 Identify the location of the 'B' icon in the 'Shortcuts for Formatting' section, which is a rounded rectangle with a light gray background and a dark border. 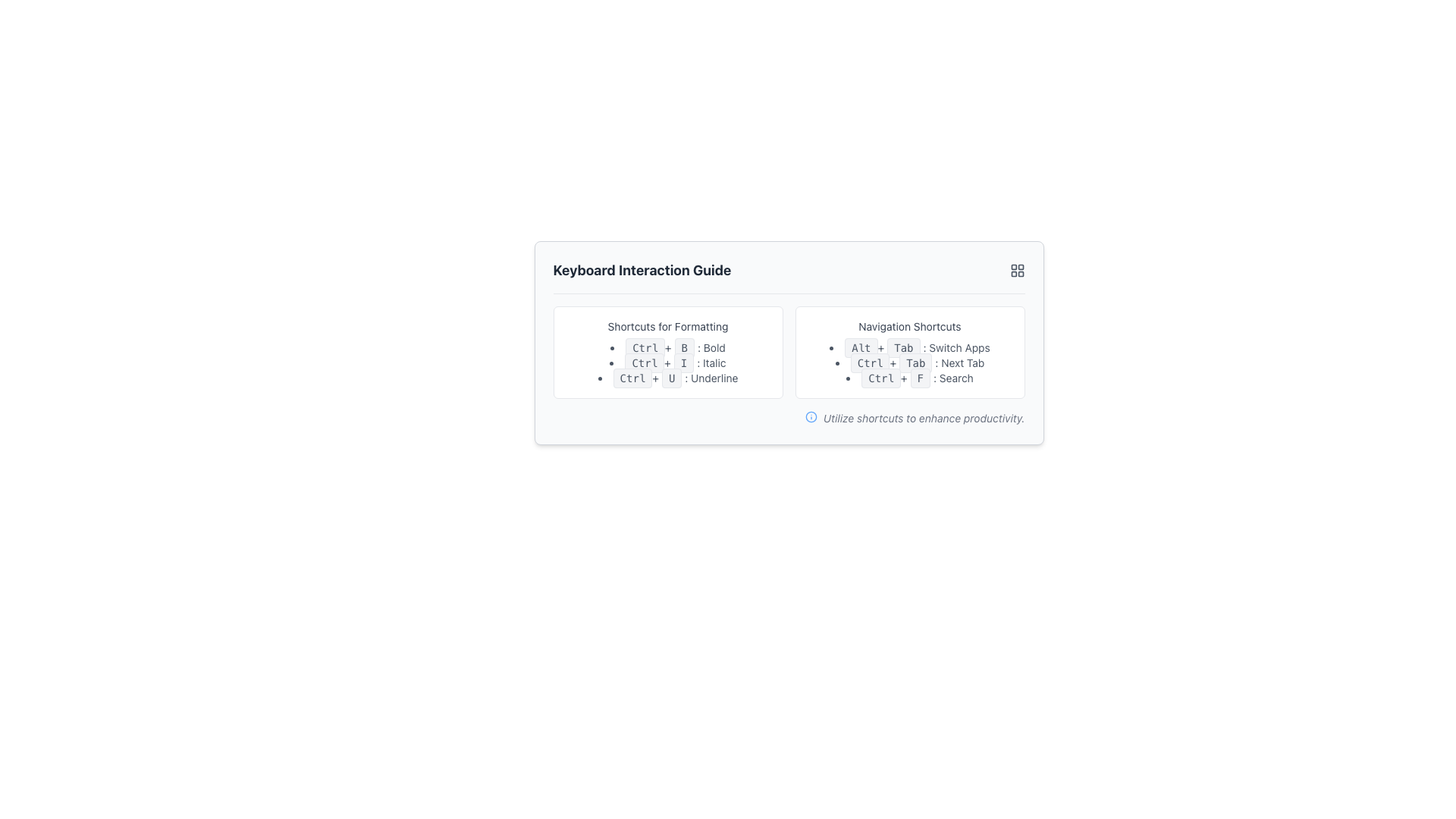
(683, 348).